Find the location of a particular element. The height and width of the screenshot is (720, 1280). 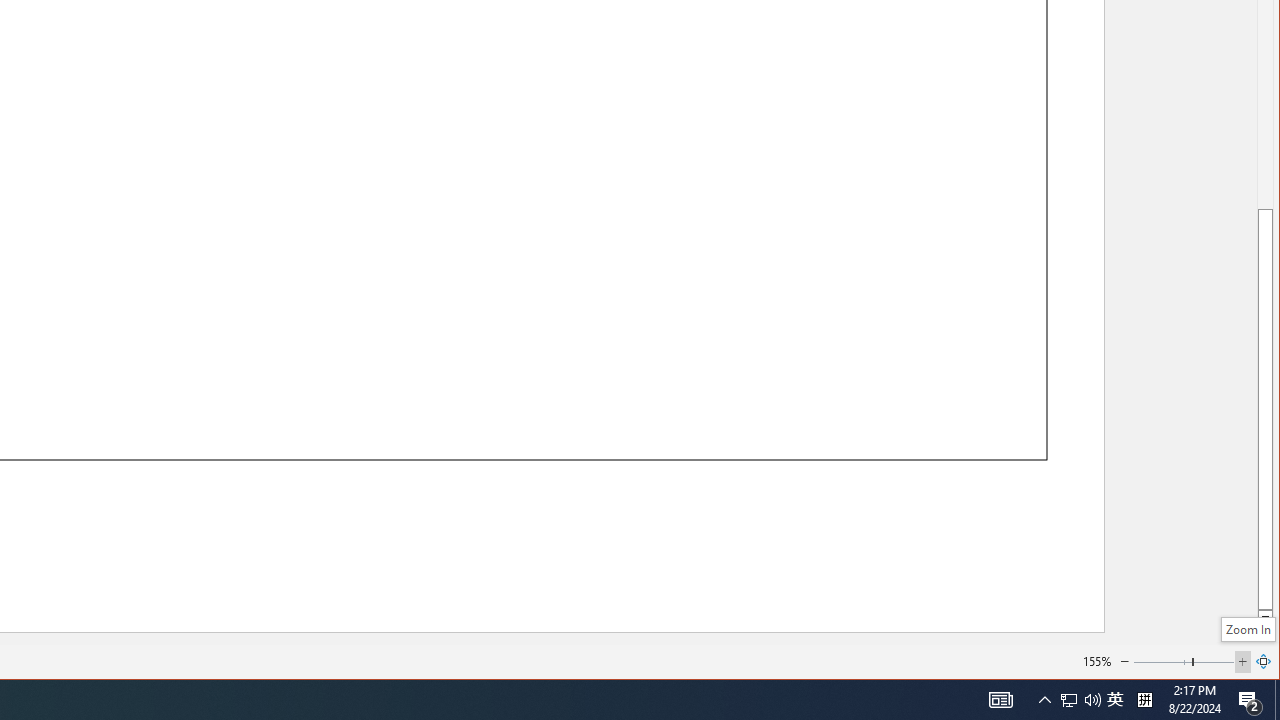

'Action Center, 2 new notifications' is located at coordinates (1250, 698).